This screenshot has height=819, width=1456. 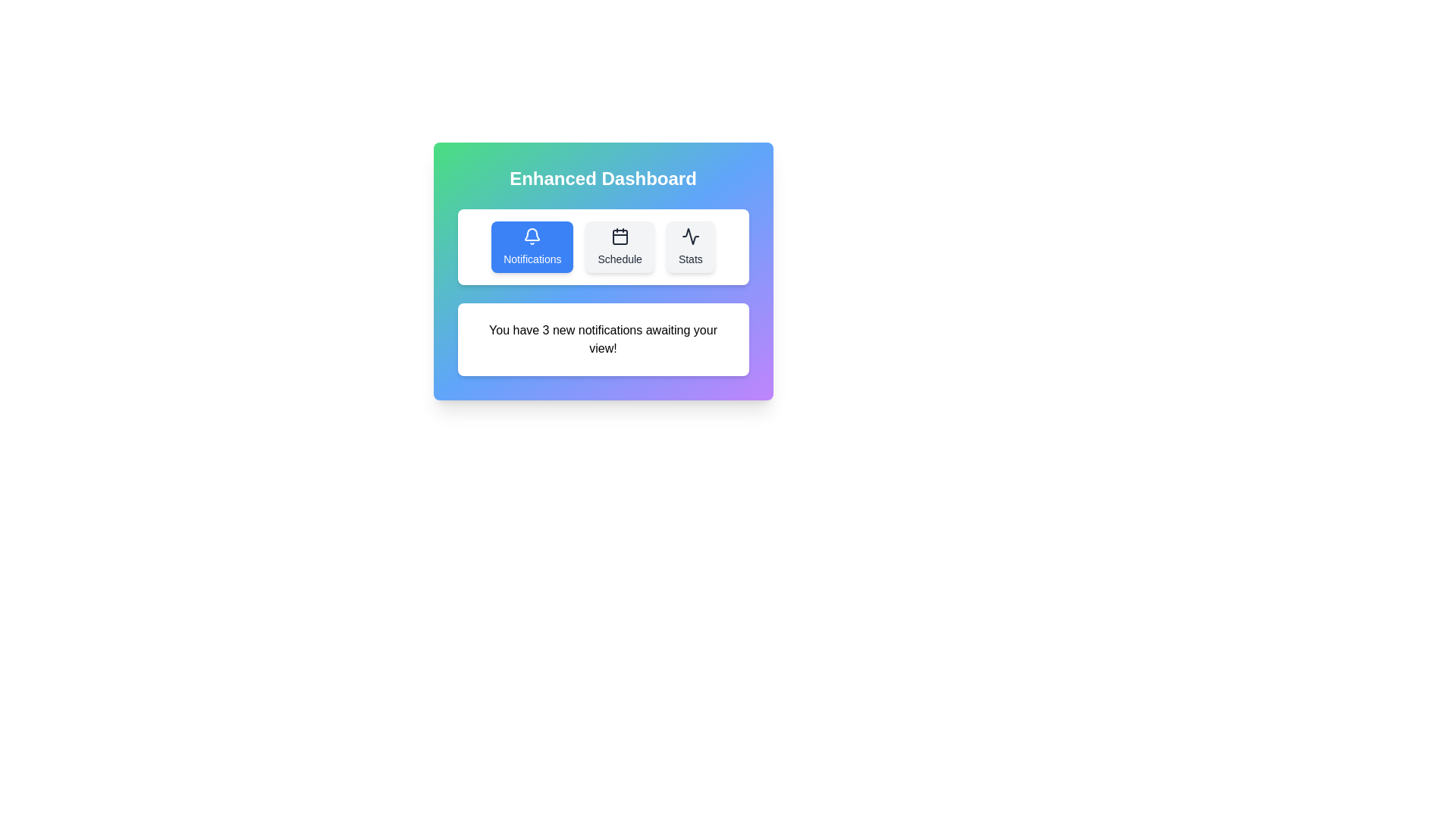 What do you see at coordinates (620, 246) in the screenshot?
I see `the 'Schedule' button, which is a rectangular button with rounded corners displaying a calendar icon and is located in the 'Enhanced Dashboard' section between the 'Notifications' and 'Stats' buttons` at bounding box center [620, 246].